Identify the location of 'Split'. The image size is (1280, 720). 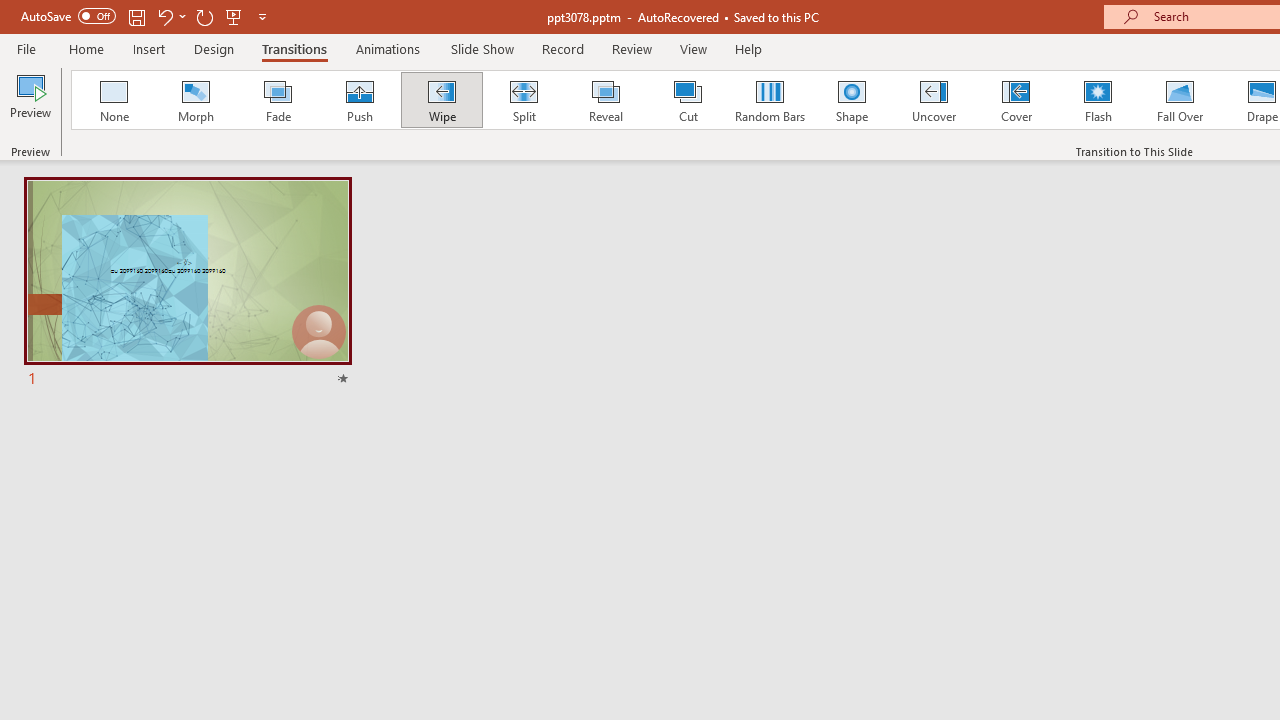
(523, 100).